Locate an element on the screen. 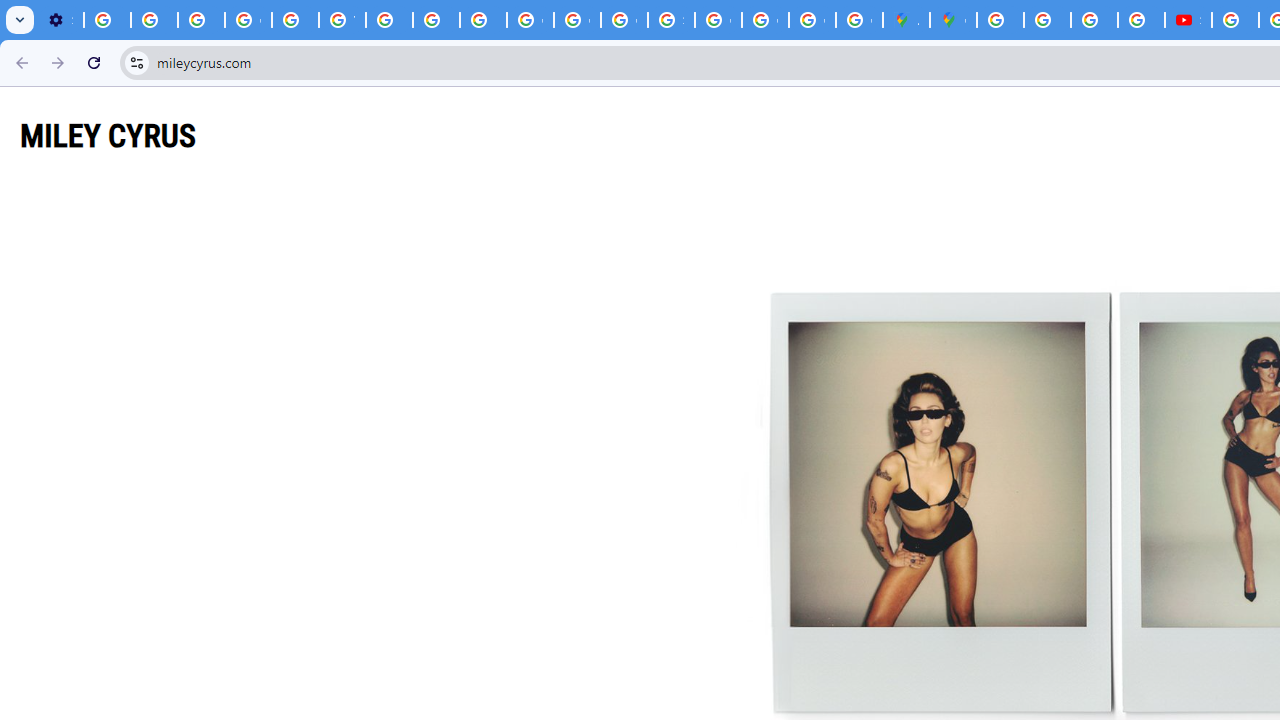 This screenshot has width=1280, height=720. 'Privacy Help Center - Policies Help' is located at coordinates (294, 20).